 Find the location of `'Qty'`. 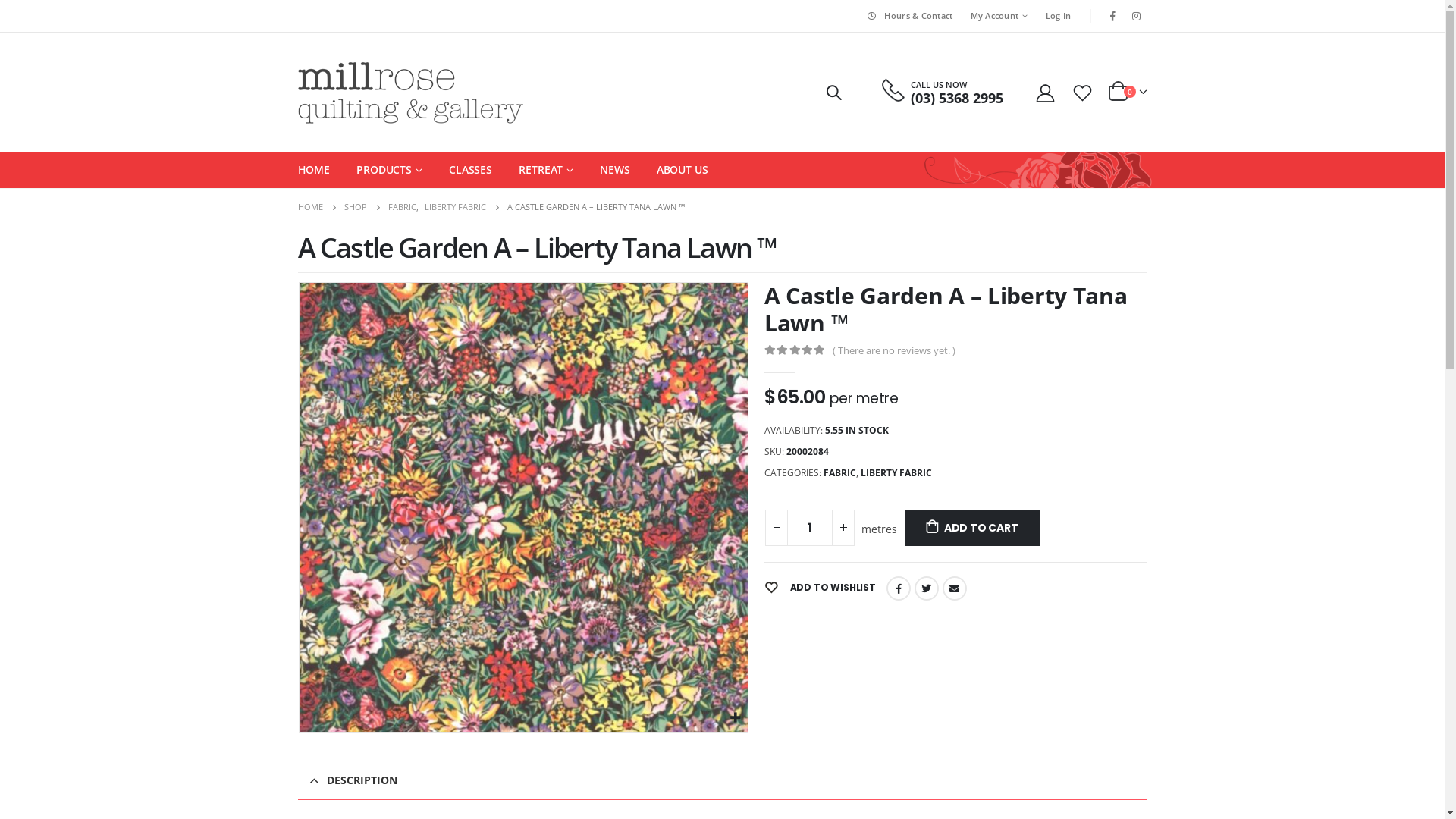

'Qty' is located at coordinates (809, 526).